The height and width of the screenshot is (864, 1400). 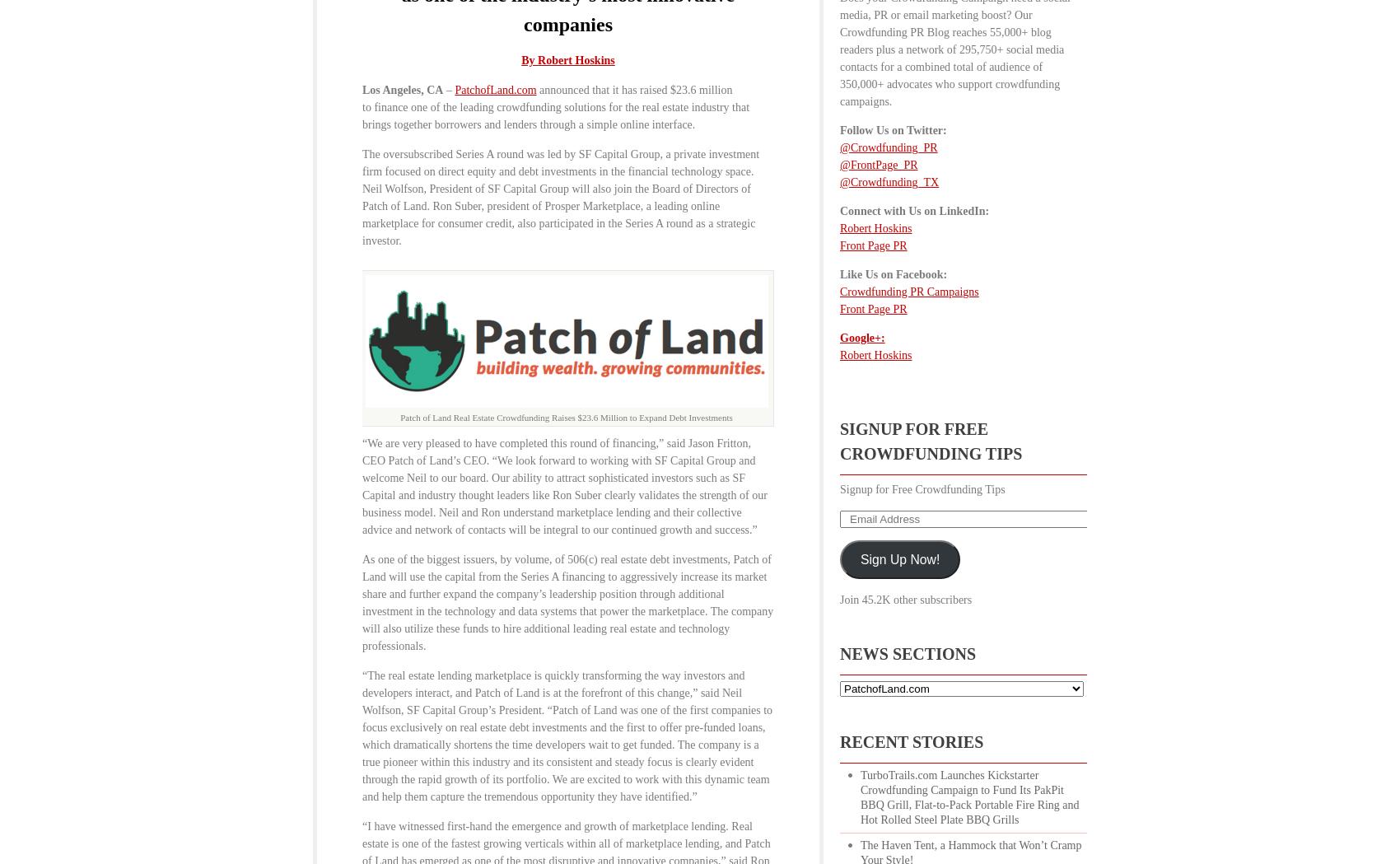 I want to click on 'Recent Stories', so click(x=912, y=740).